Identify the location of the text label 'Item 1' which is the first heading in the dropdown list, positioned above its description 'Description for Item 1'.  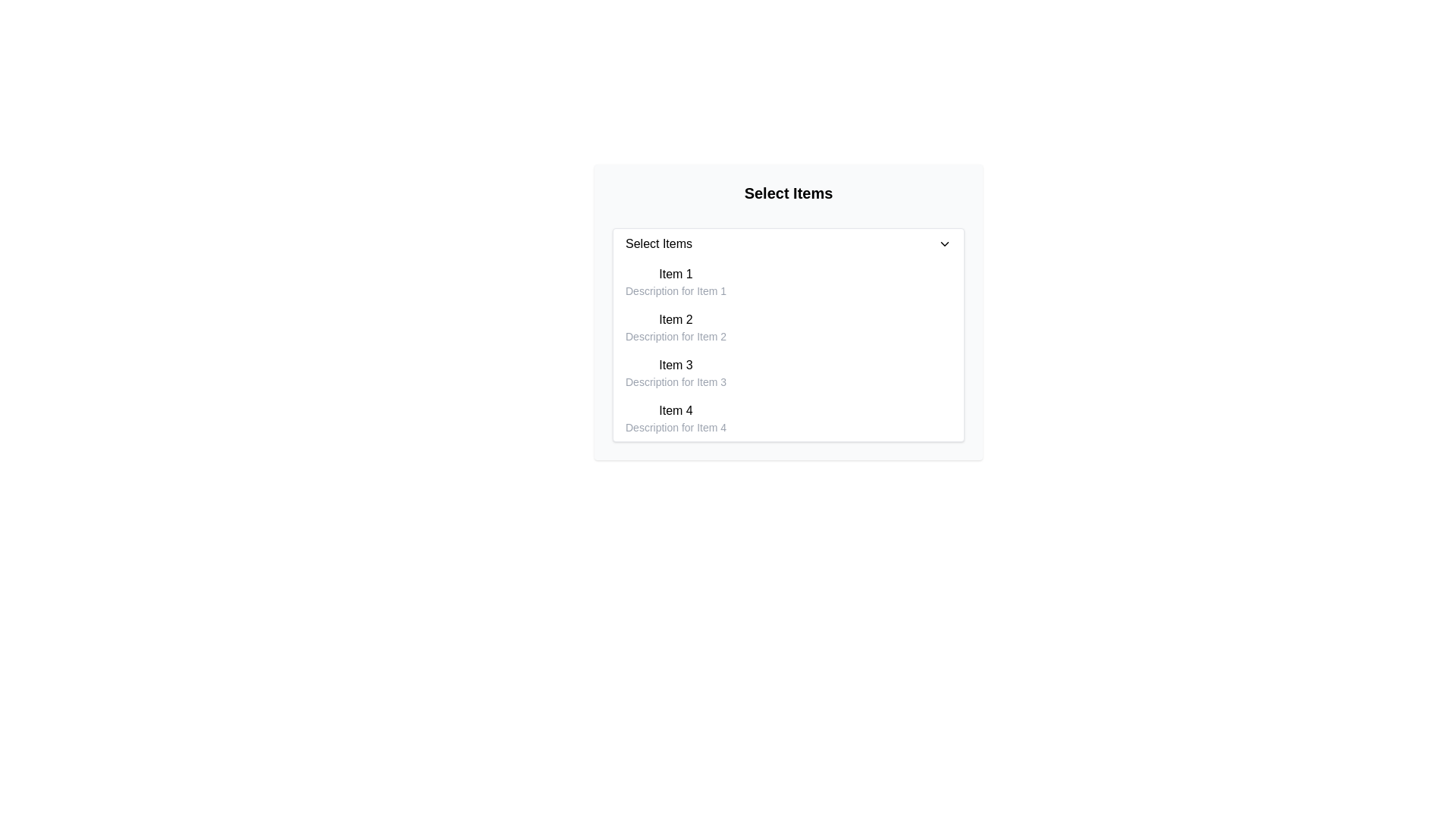
(675, 275).